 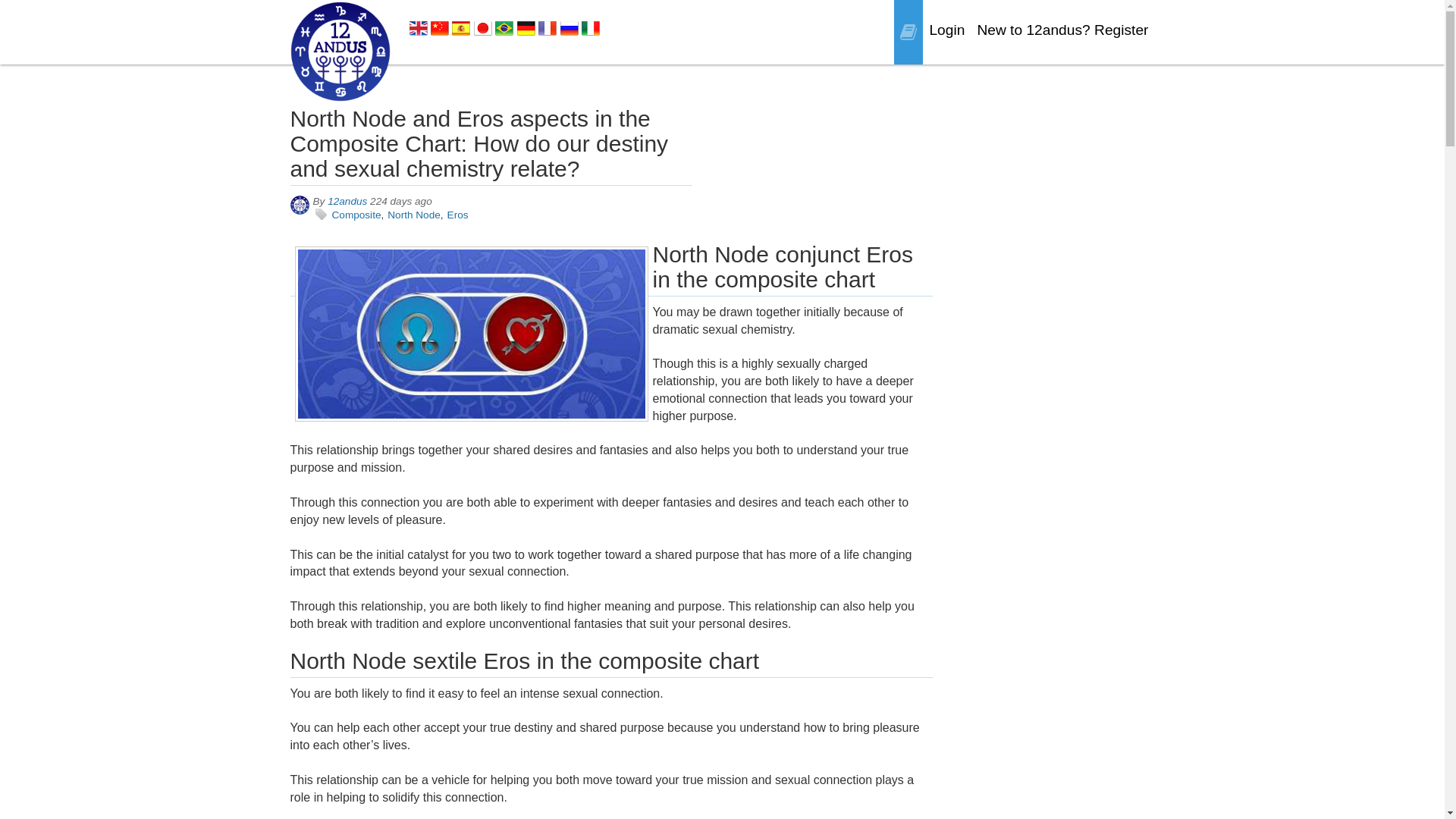 What do you see at coordinates (346, 200) in the screenshot?
I see `'12andus'` at bounding box center [346, 200].